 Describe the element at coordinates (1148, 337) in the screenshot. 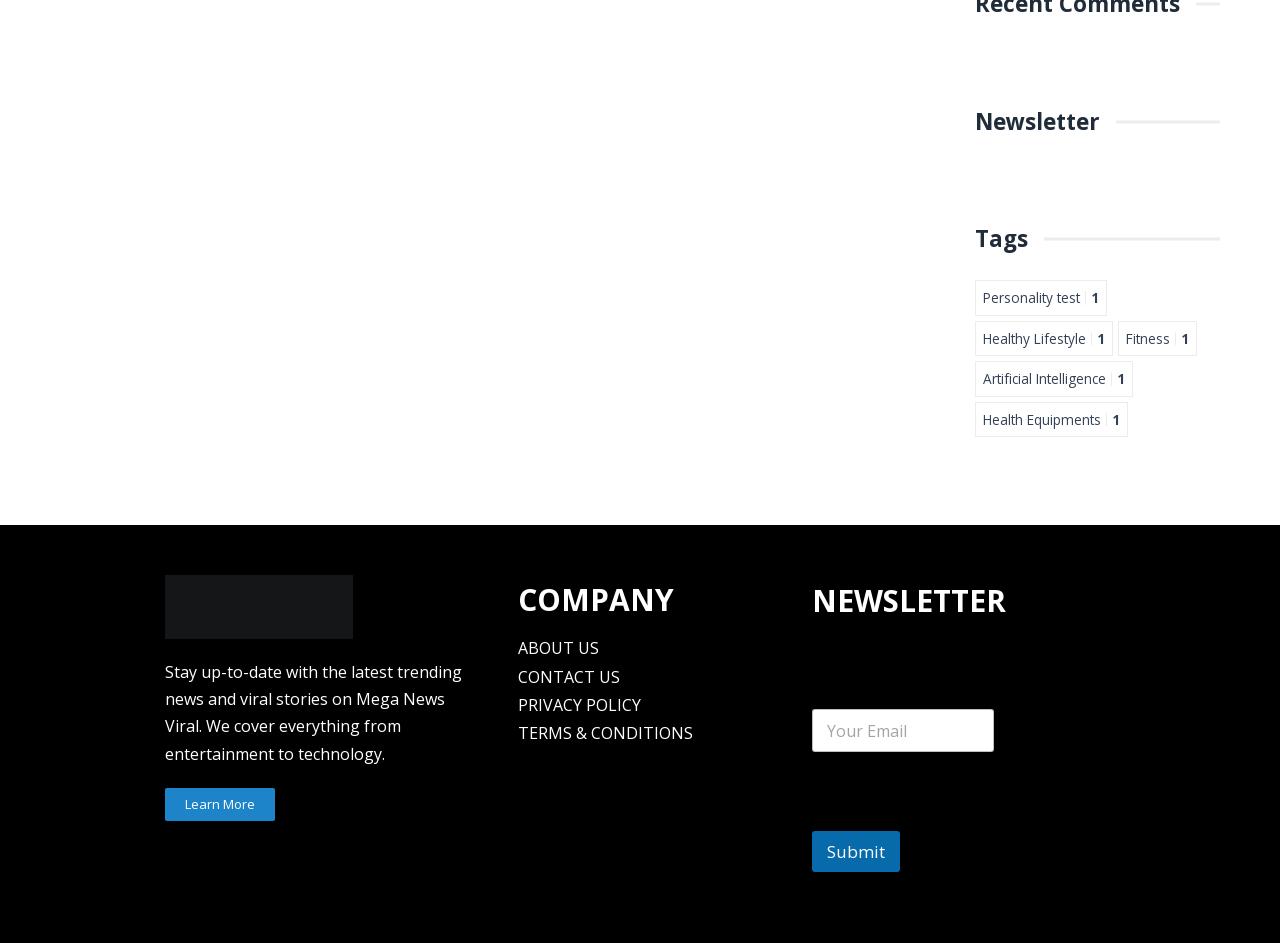

I see `'Fitness'` at that location.